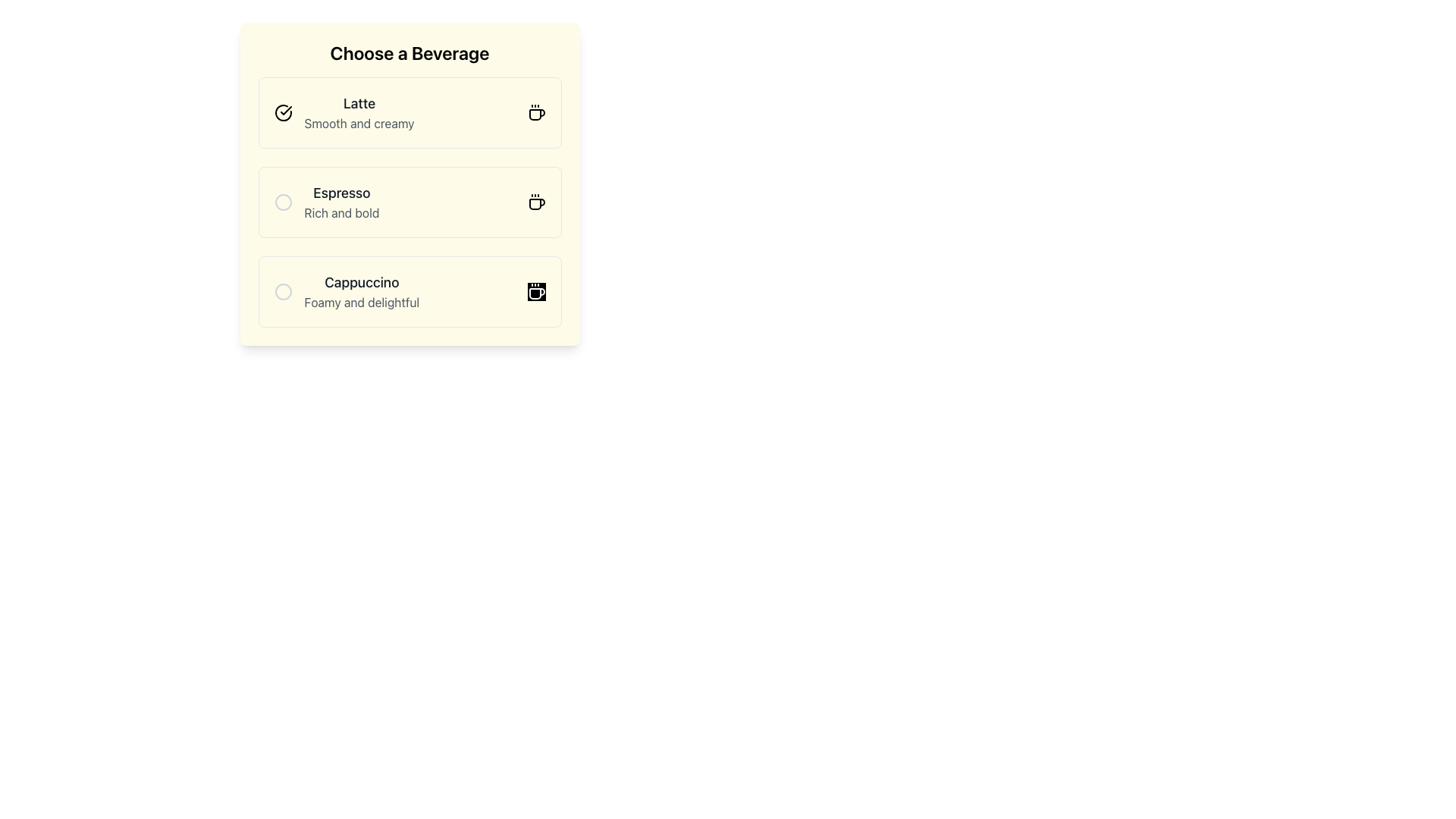 This screenshot has width=1456, height=819. Describe the element at coordinates (536, 201) in the screenshot. I see `the small coffee cup icon with three steam lines, located at the right side of the 'Espresso - Rich and Bold' selection card` at that location.